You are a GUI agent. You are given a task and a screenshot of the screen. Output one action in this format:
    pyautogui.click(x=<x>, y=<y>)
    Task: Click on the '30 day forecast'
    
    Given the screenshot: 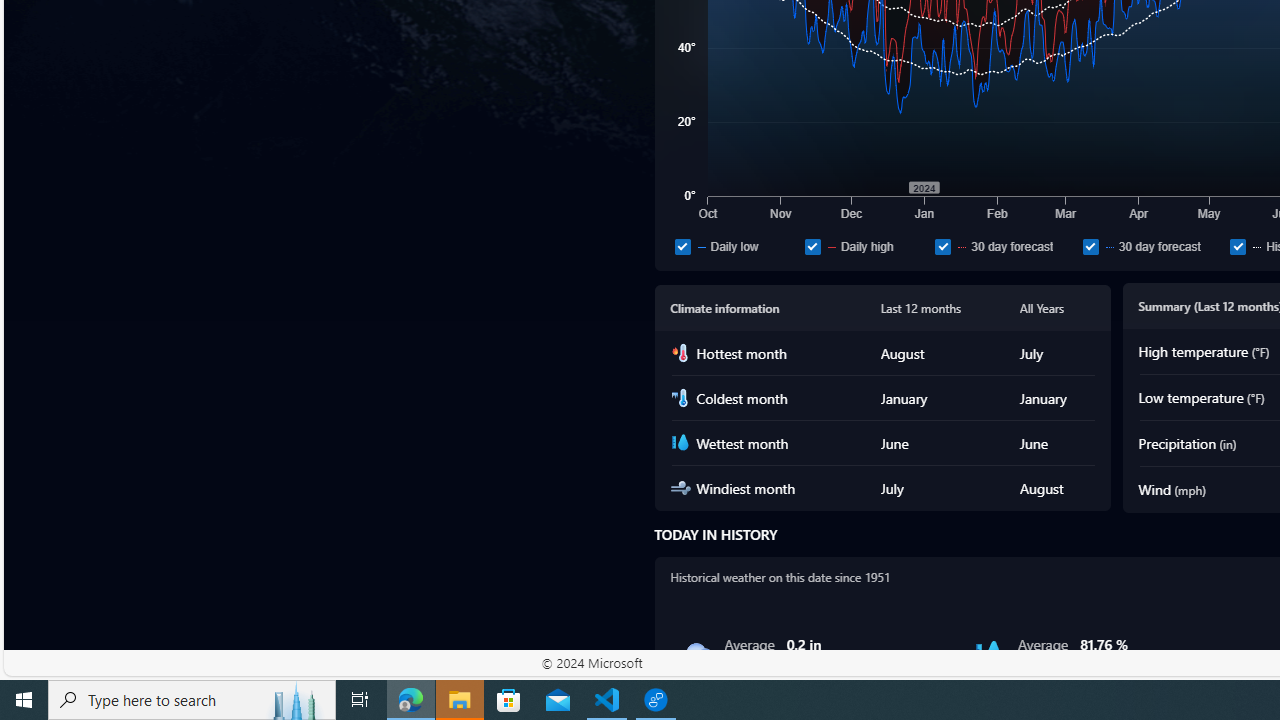 What is the action you would take?
    pyautogui.click(x=1089, y=245)
    